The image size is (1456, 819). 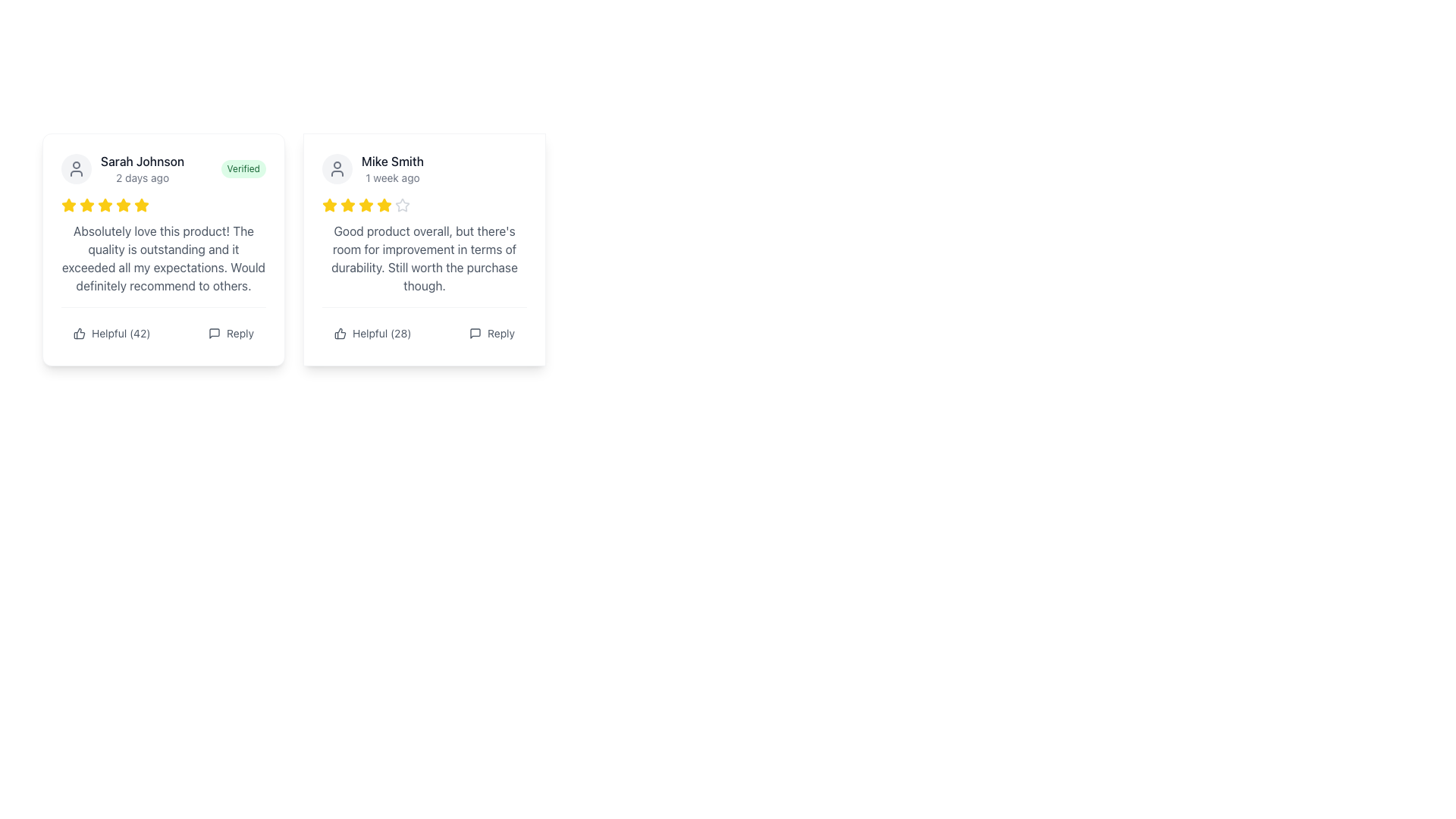 What do you see at coordinates (68, 205) in the screenshot?
I see `the third star icon in the five-star rating system located directly under the username 'Sarah Johnson'` at bounding box center [68, 205].